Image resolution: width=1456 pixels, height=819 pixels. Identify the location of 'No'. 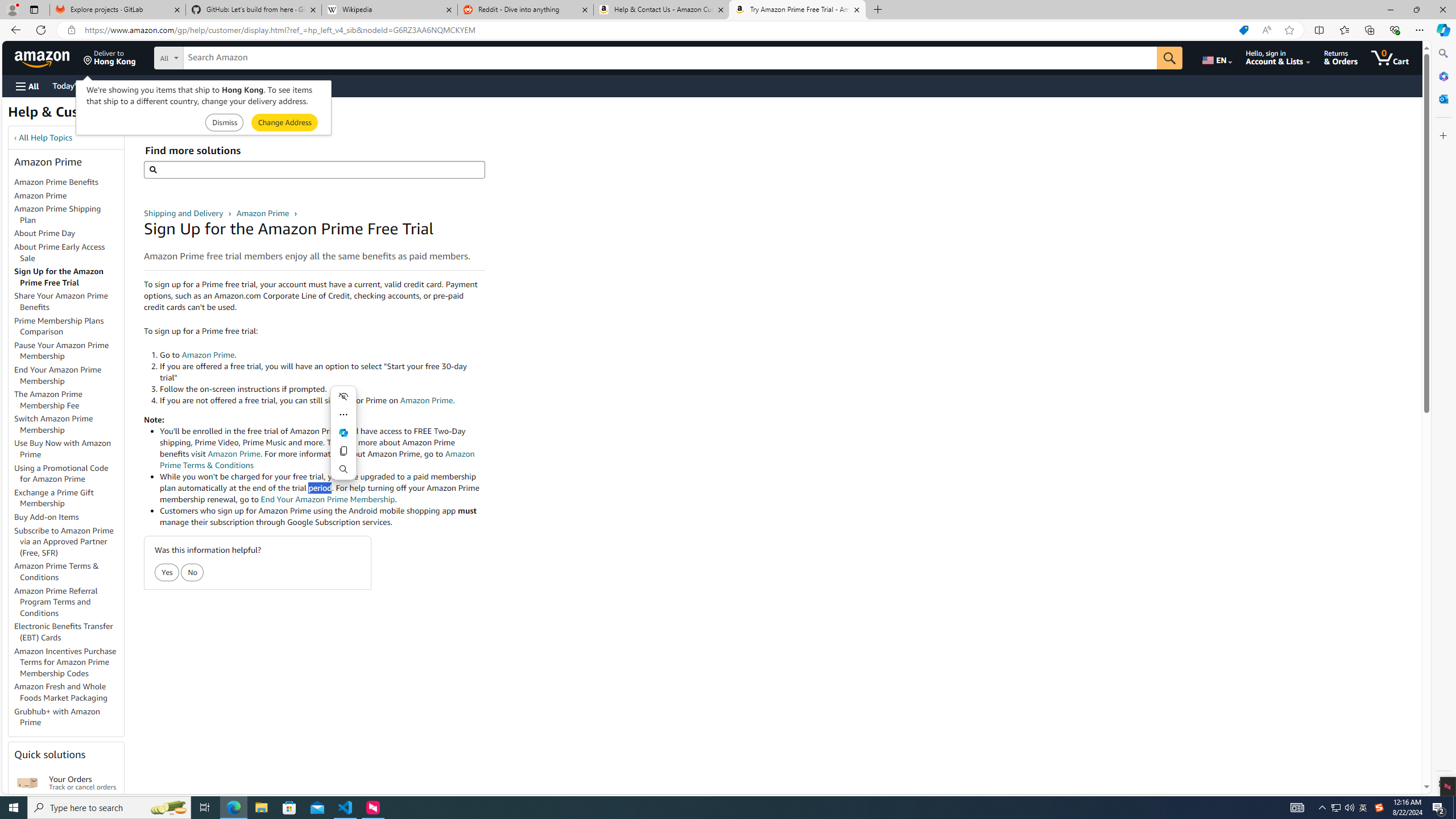
(192, 573).